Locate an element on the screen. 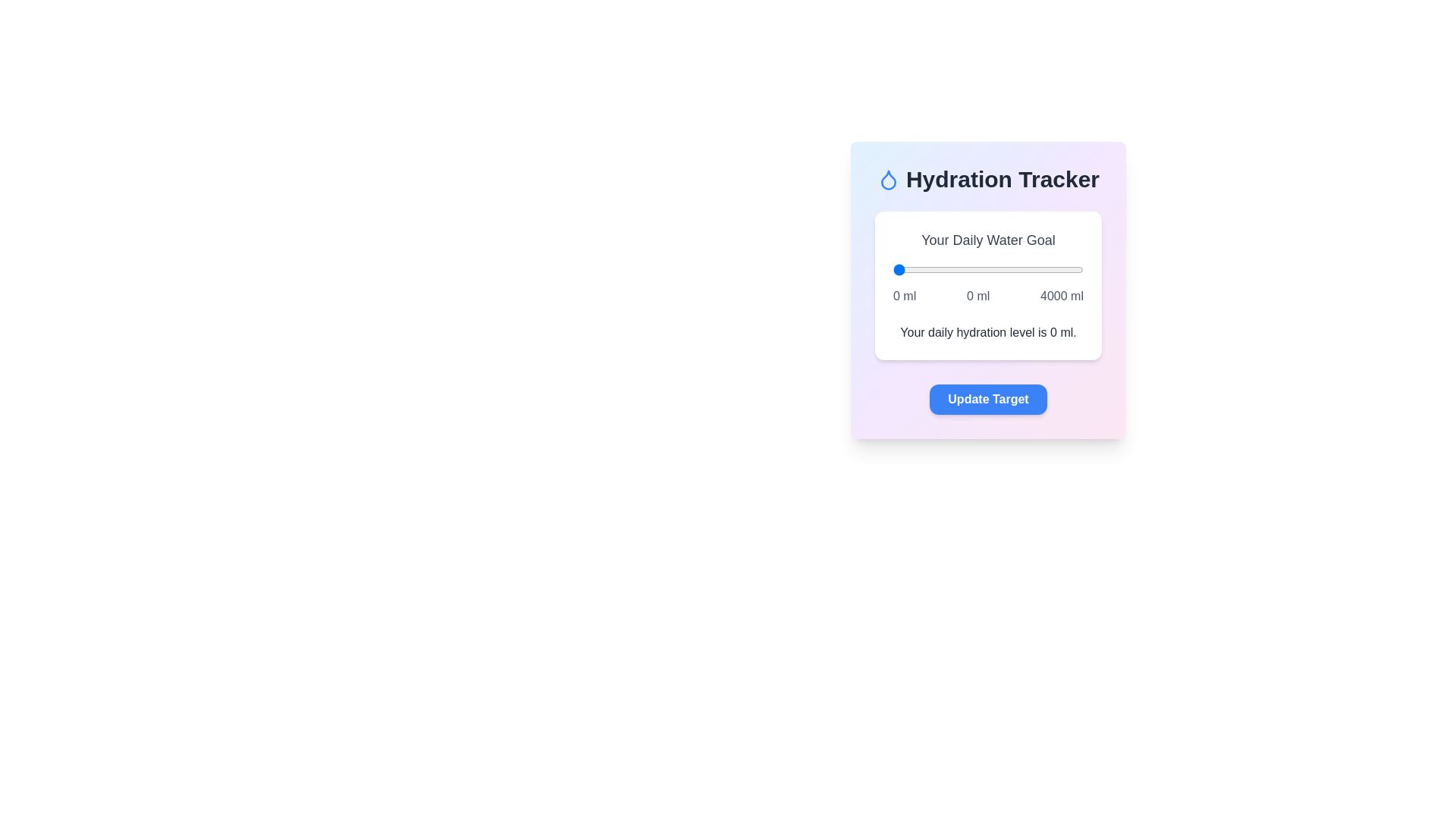 This screenshot has height=819, width=1456. the water intake slider to 1528 ml is located at coordinates (965, 268).